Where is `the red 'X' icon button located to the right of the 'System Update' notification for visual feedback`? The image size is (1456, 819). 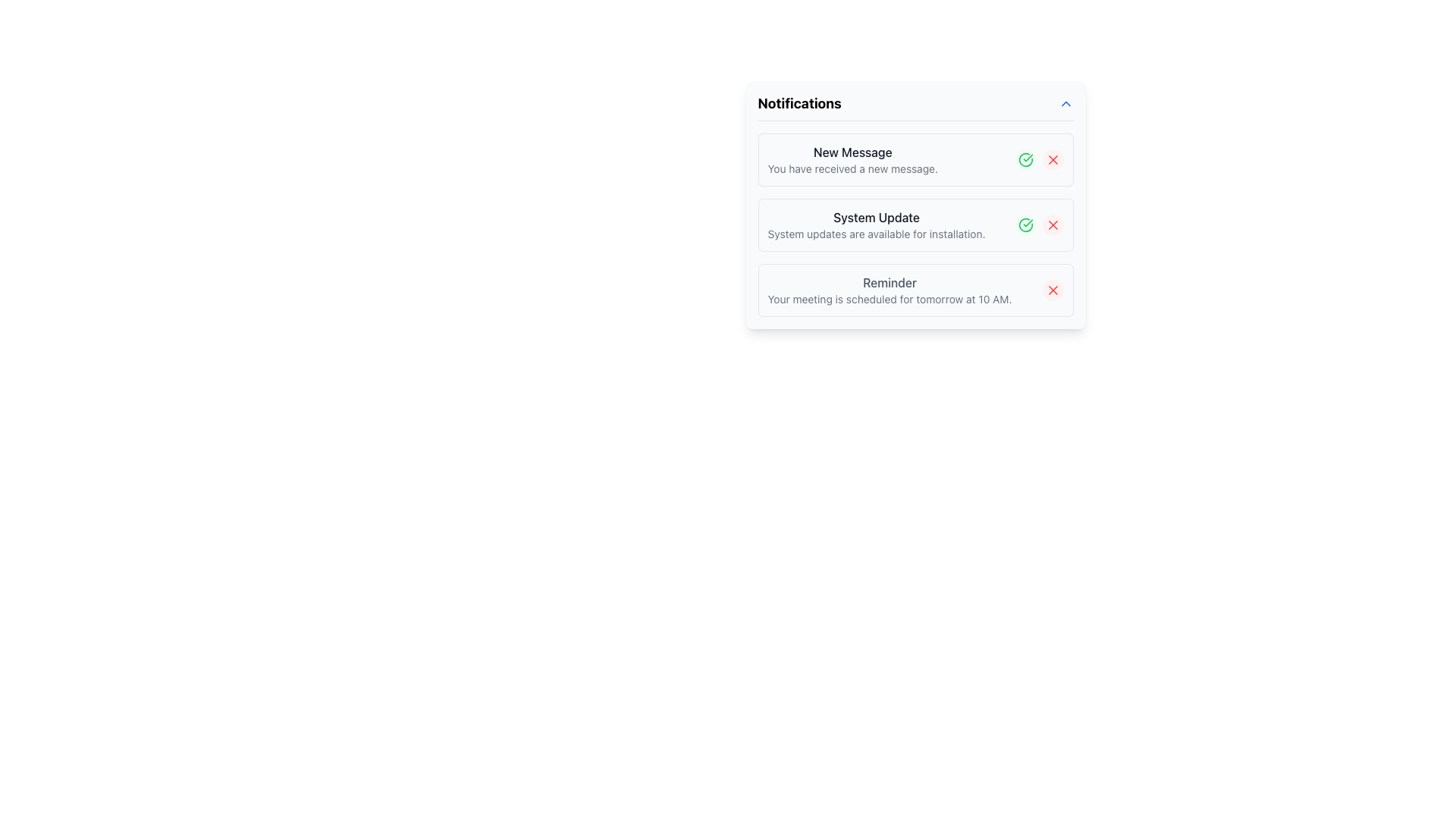 the red 'X' icon button located to the right of the 'System Update' notification for visual feedback is located at coordinates (1052, 225).